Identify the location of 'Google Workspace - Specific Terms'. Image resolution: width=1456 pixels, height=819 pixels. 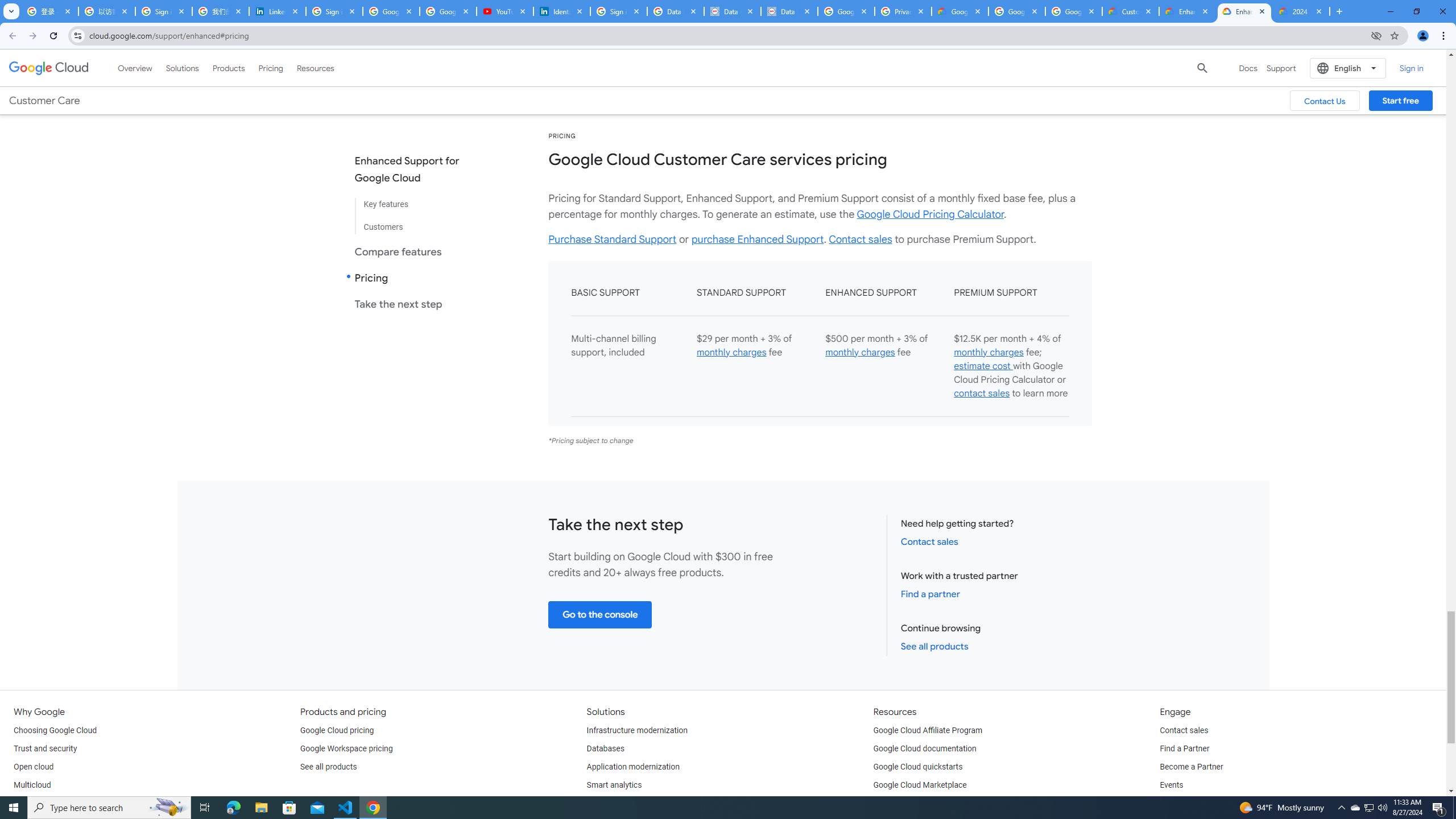
(1015, 11).